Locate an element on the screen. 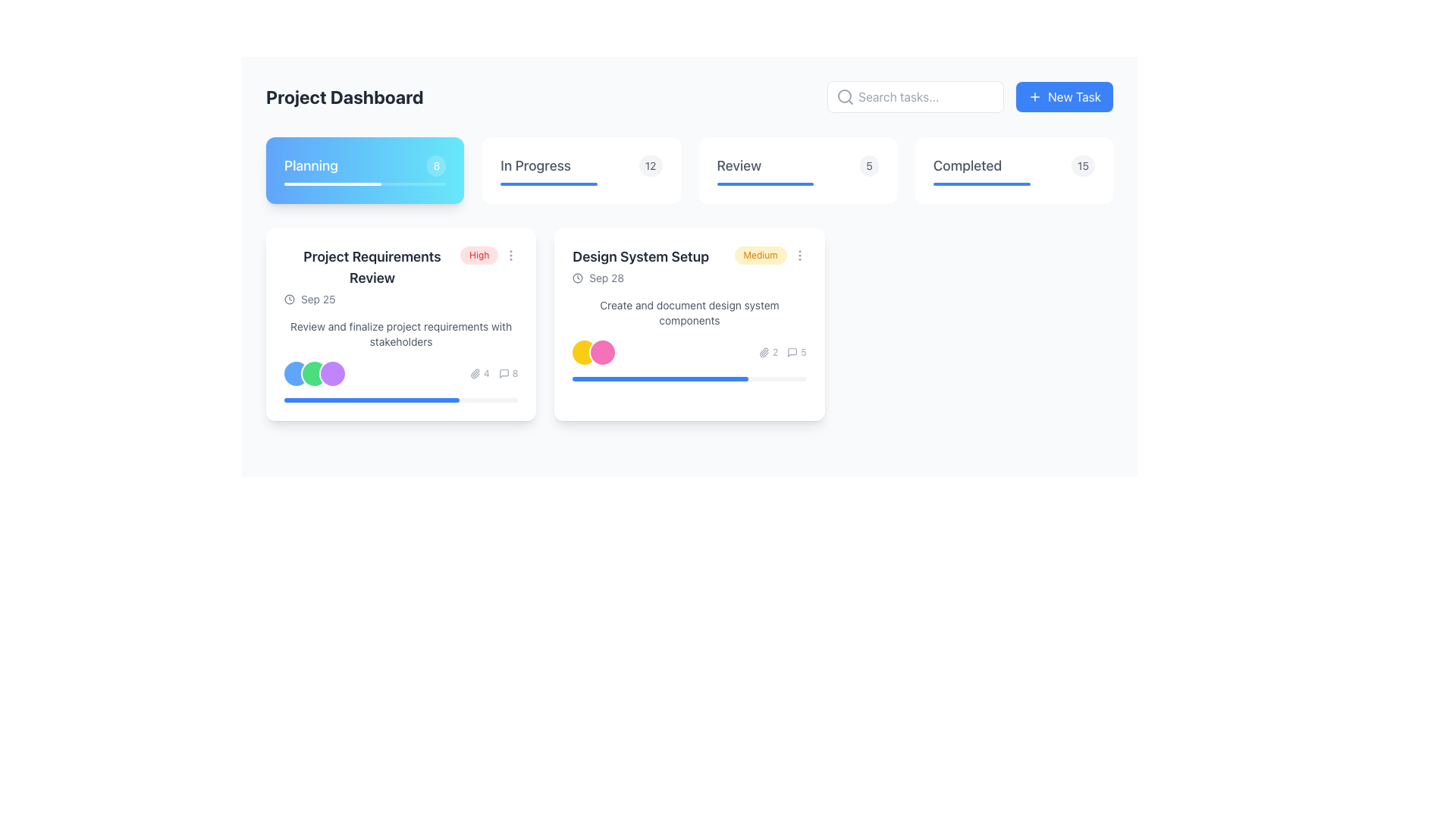  the Comment indicator with the speech bubble icon and the numerical value '8' located in the lower right section of the 'Project Requirements Review' card is located at coordinates (508, 374).